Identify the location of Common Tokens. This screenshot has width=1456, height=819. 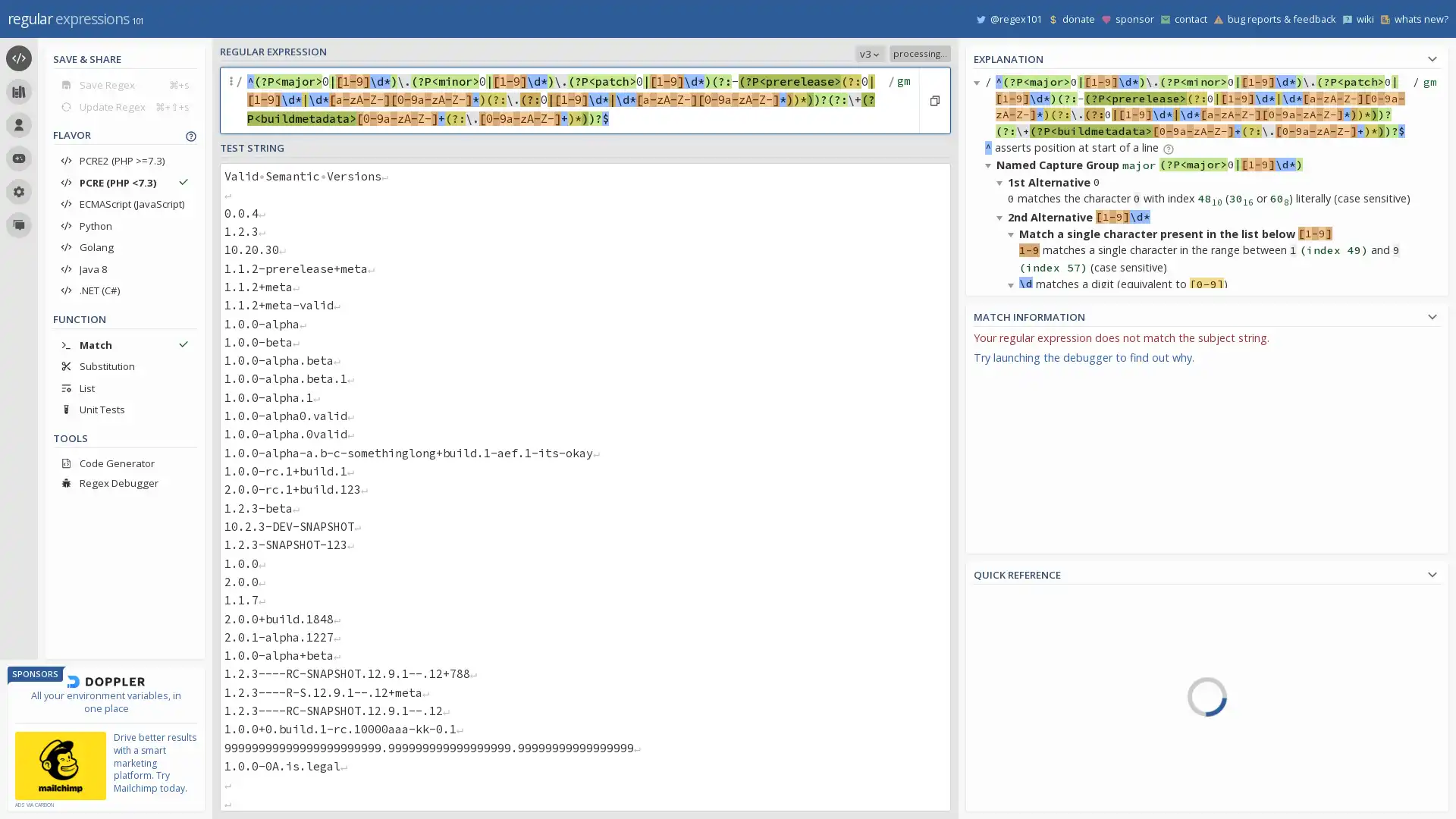
(1044, 650).